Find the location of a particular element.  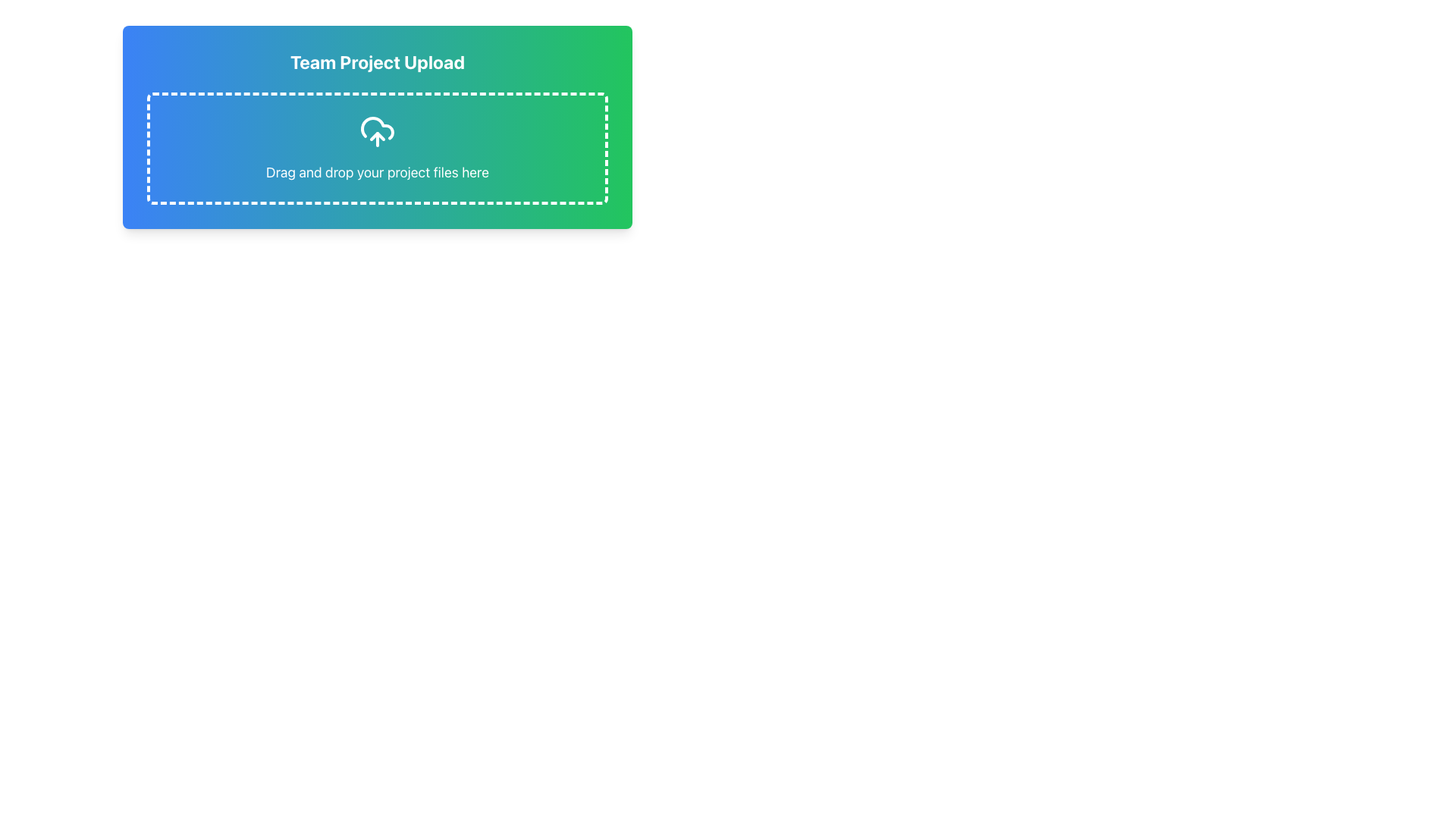

the Decorative Icon representing a cloud with an upward arrow, which is centrally placed within the drag-and-drop interface for uploading files is located at coordinates (378, 130).